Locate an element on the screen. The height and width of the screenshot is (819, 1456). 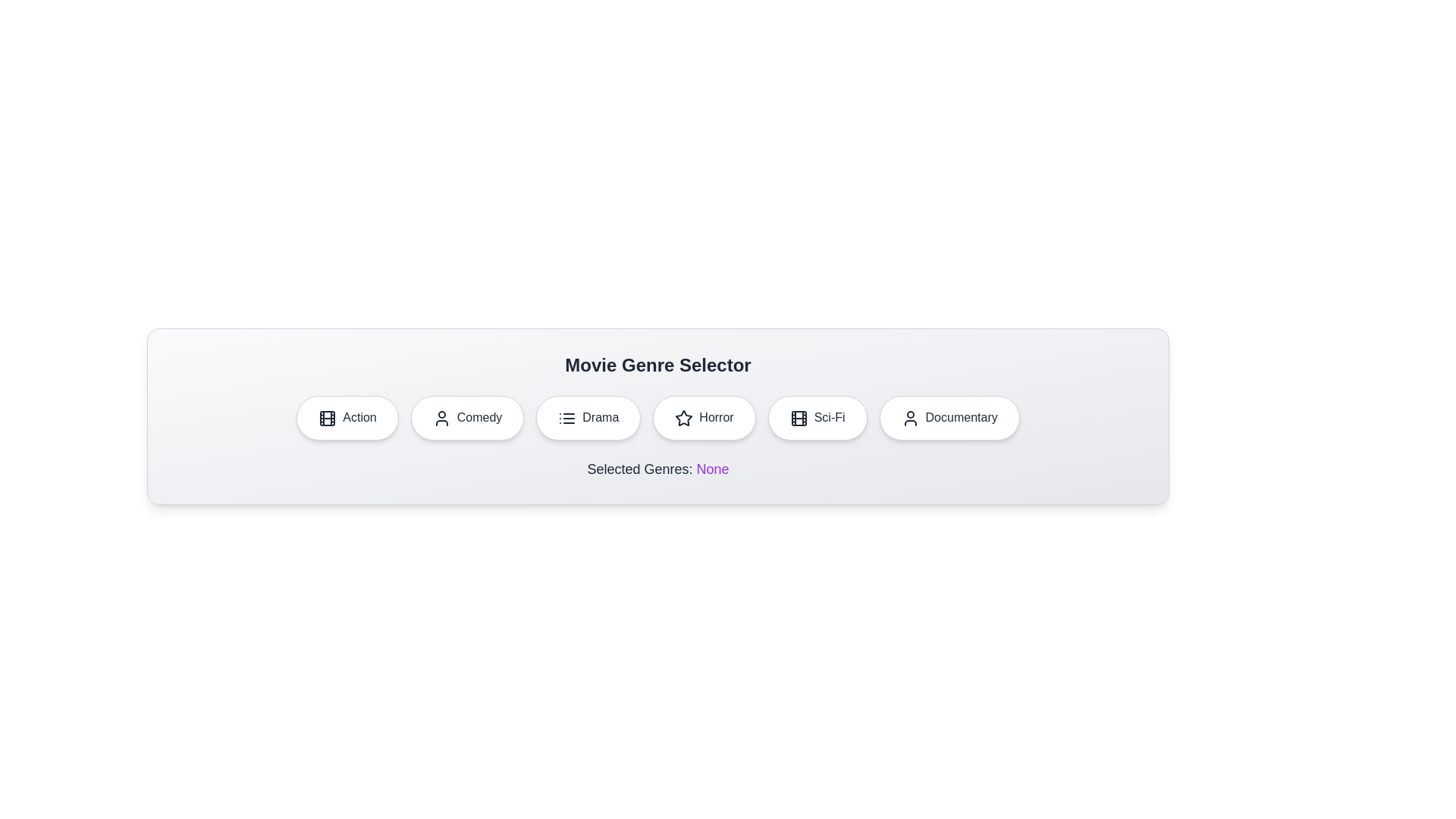
the star-shaped icon within the 'Horror' genre selector button, which is styled with a dark outline and positioned centrally among the genre buttons is located at coordinates (683, 418).